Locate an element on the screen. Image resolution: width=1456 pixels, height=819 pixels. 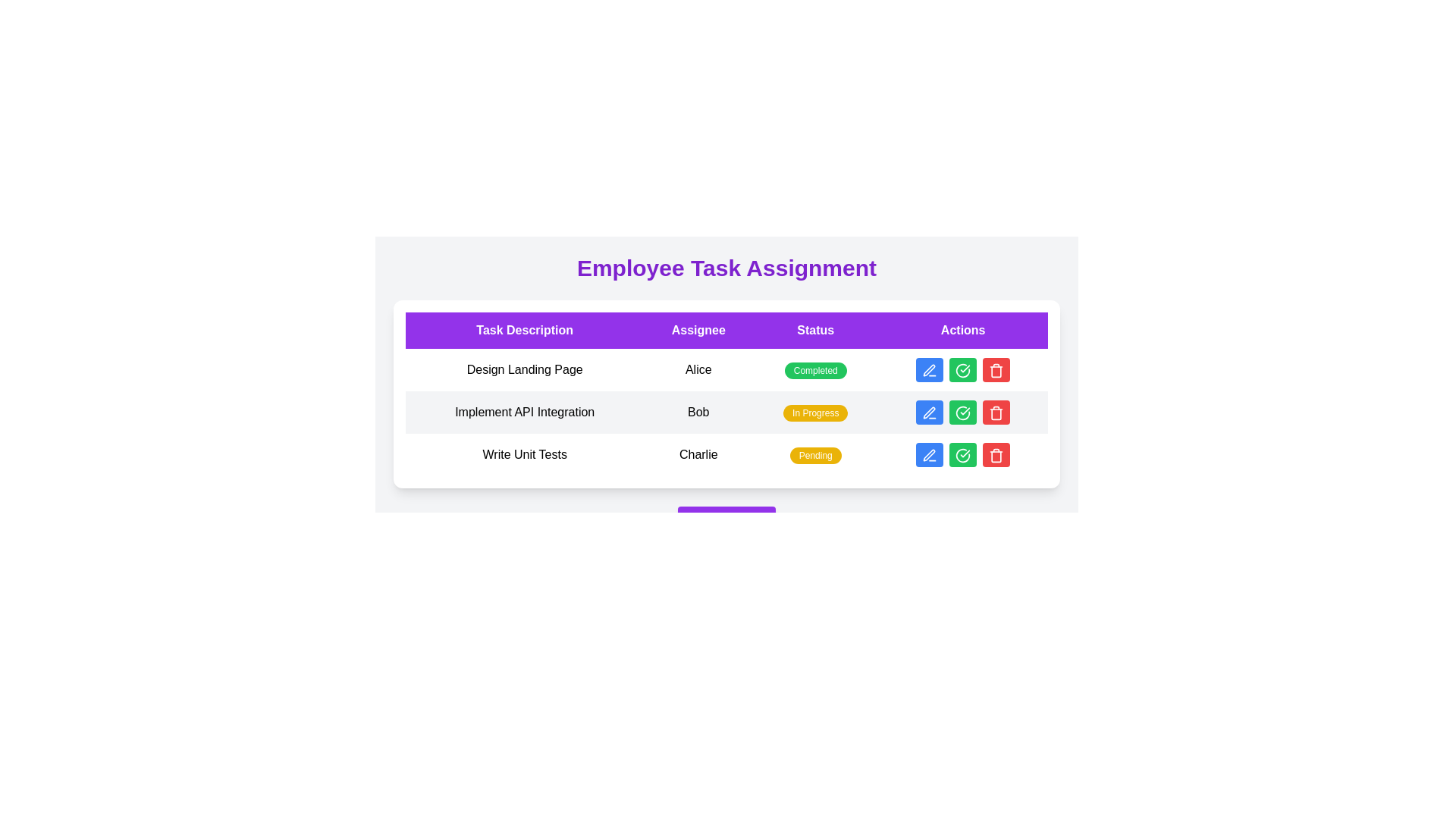
the edit button in the 'Actions' column for the entry corresponding to 'Charlie' is located at coordinates (929, 454).